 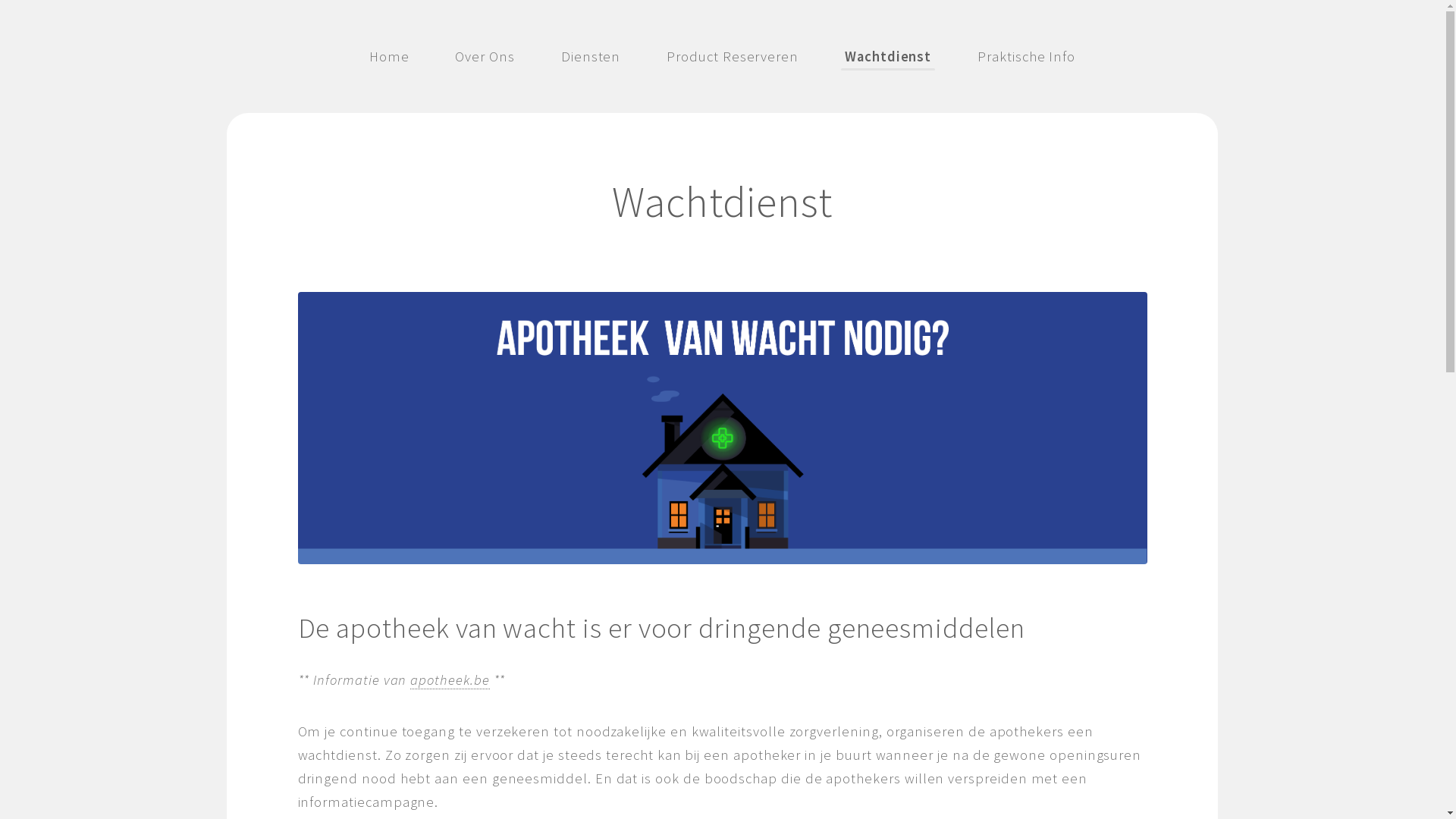 I want to click on 'Over Ons', so click(x=483, y=55).